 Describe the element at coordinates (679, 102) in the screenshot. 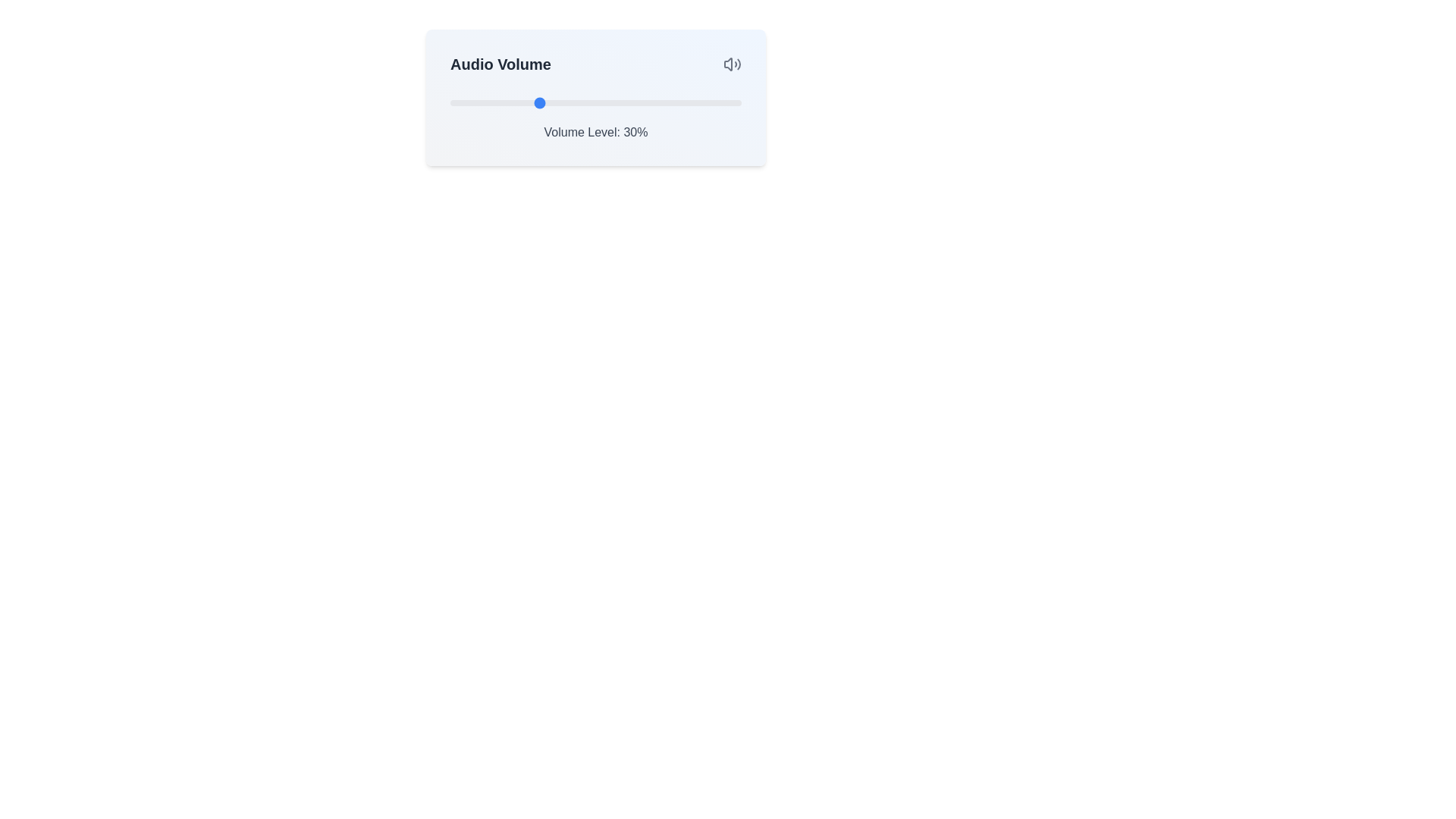

I see `the volume level` at that location.